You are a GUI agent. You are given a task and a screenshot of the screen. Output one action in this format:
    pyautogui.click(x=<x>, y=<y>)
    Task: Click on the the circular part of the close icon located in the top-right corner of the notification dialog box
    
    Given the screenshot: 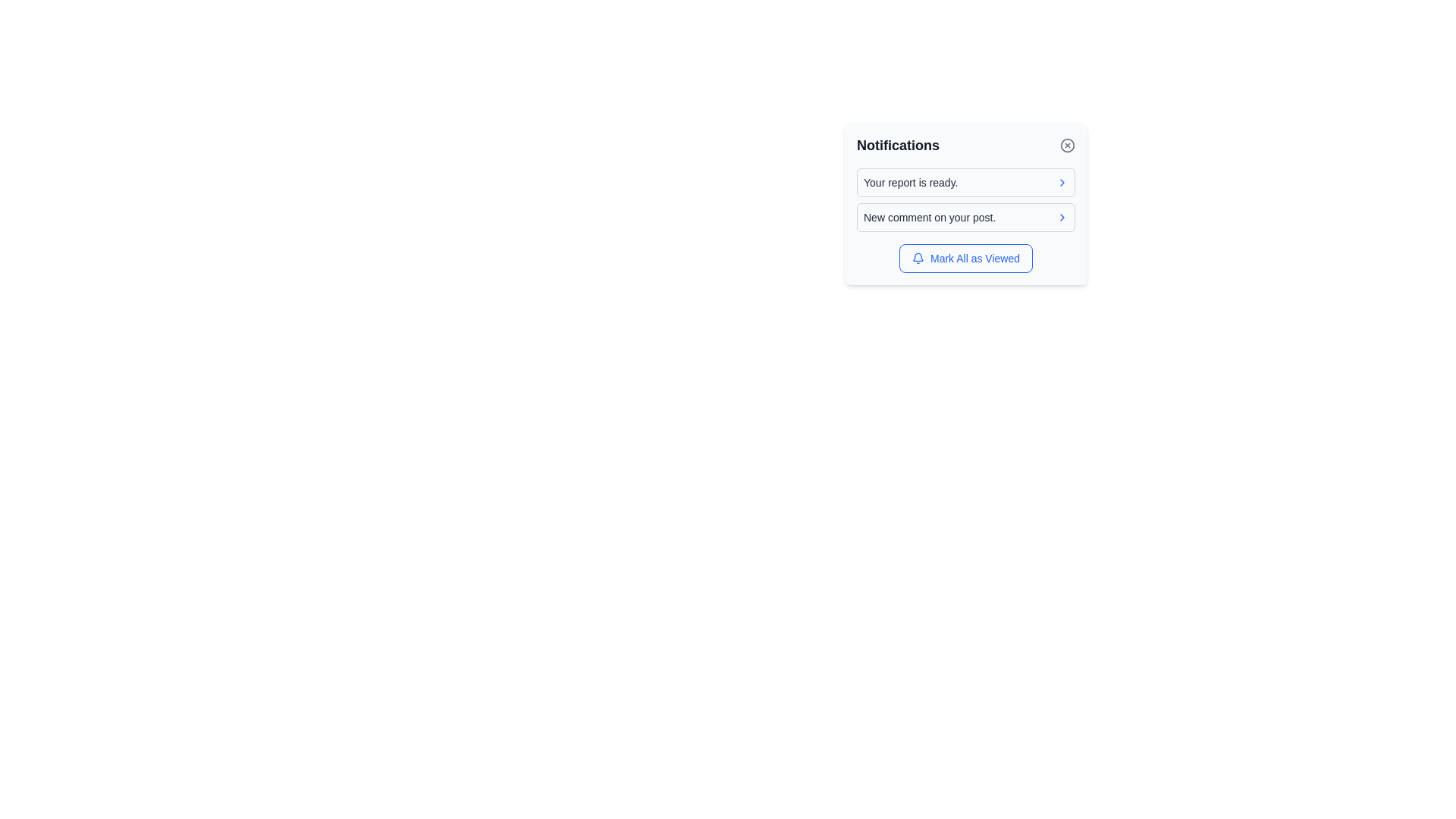 What is the action you would take?
    pyautogui.click(x=1066, y=146)
    